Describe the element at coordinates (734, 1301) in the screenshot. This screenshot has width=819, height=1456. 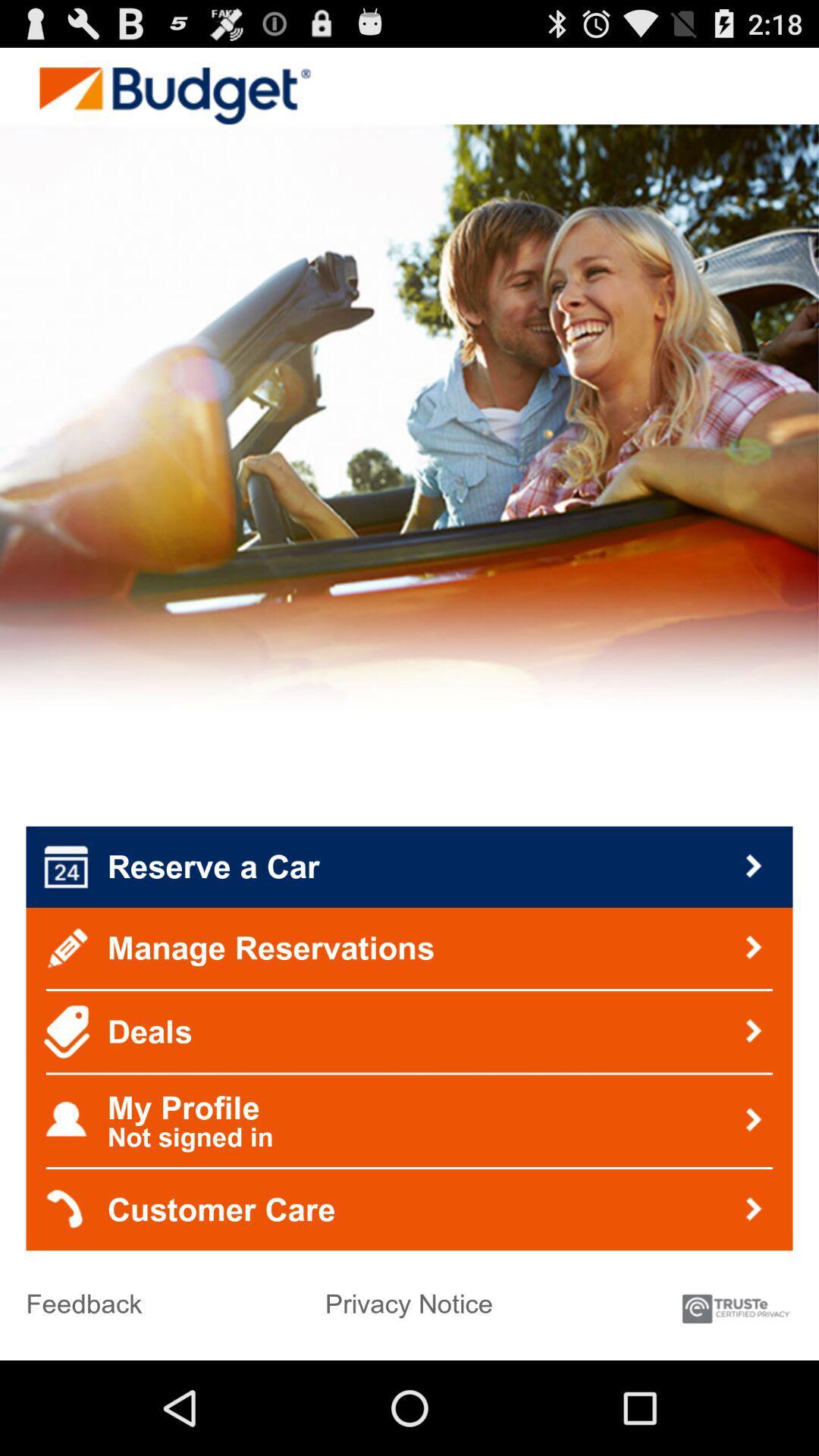
I see `the icon at the bottom right corner` at that location.